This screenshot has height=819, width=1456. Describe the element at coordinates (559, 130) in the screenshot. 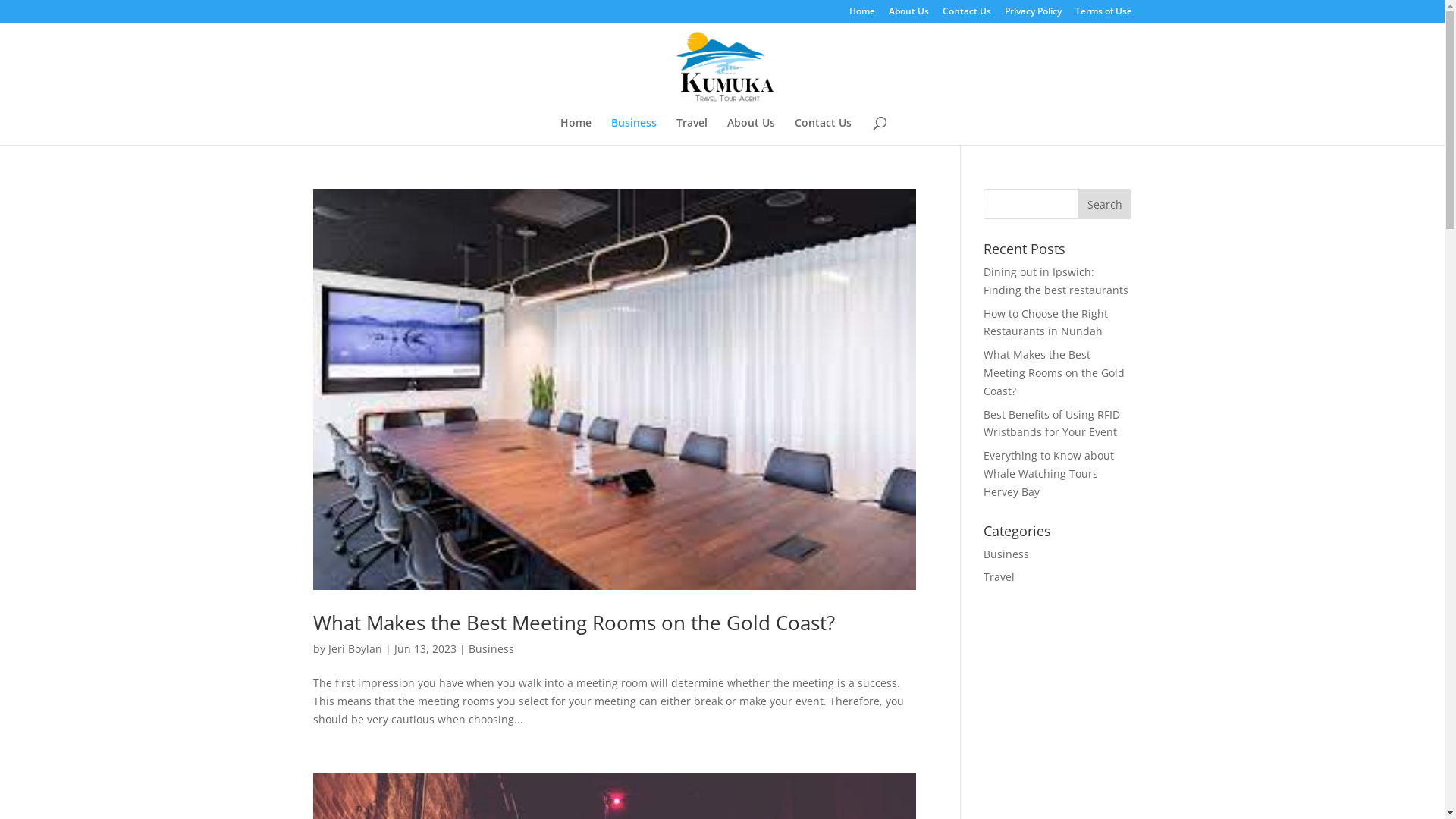

I see `'Home'` at that location.